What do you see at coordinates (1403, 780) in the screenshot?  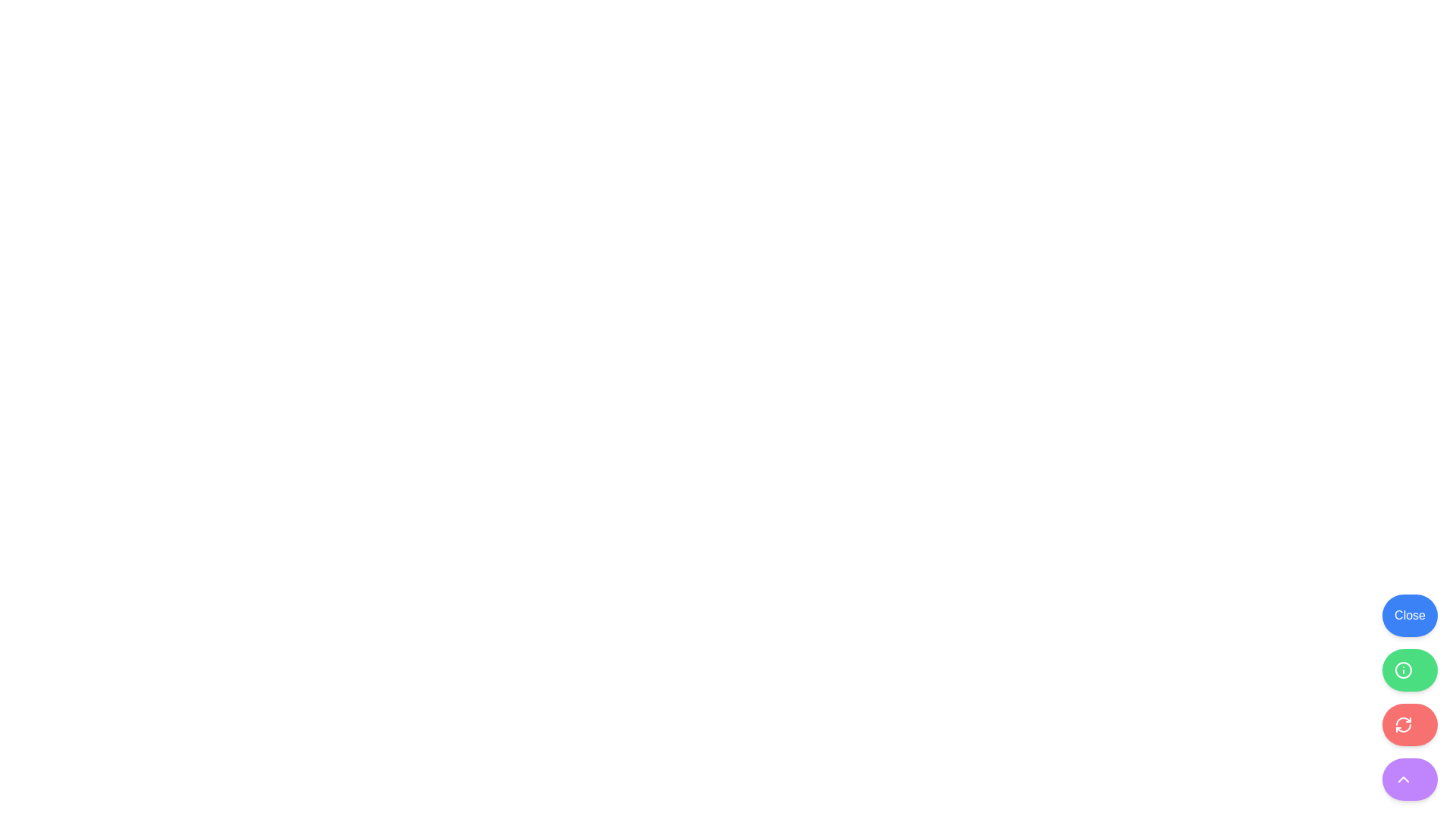 I see `the upward chevron icon located at the center of a purple circular button with a white outline` at bounding box center [1403, 780].